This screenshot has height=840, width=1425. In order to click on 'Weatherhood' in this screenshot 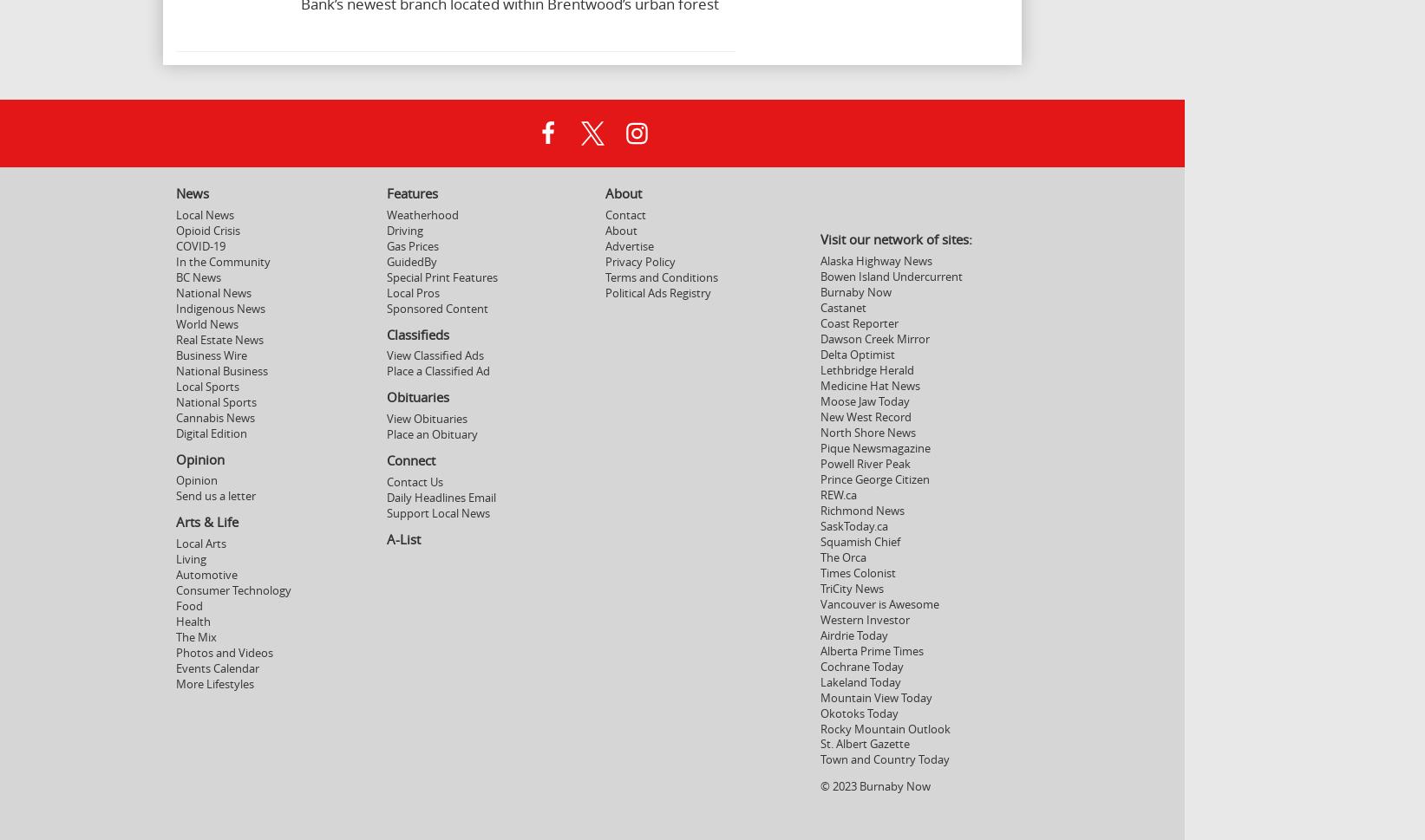, I will do `click(421, 213)`.